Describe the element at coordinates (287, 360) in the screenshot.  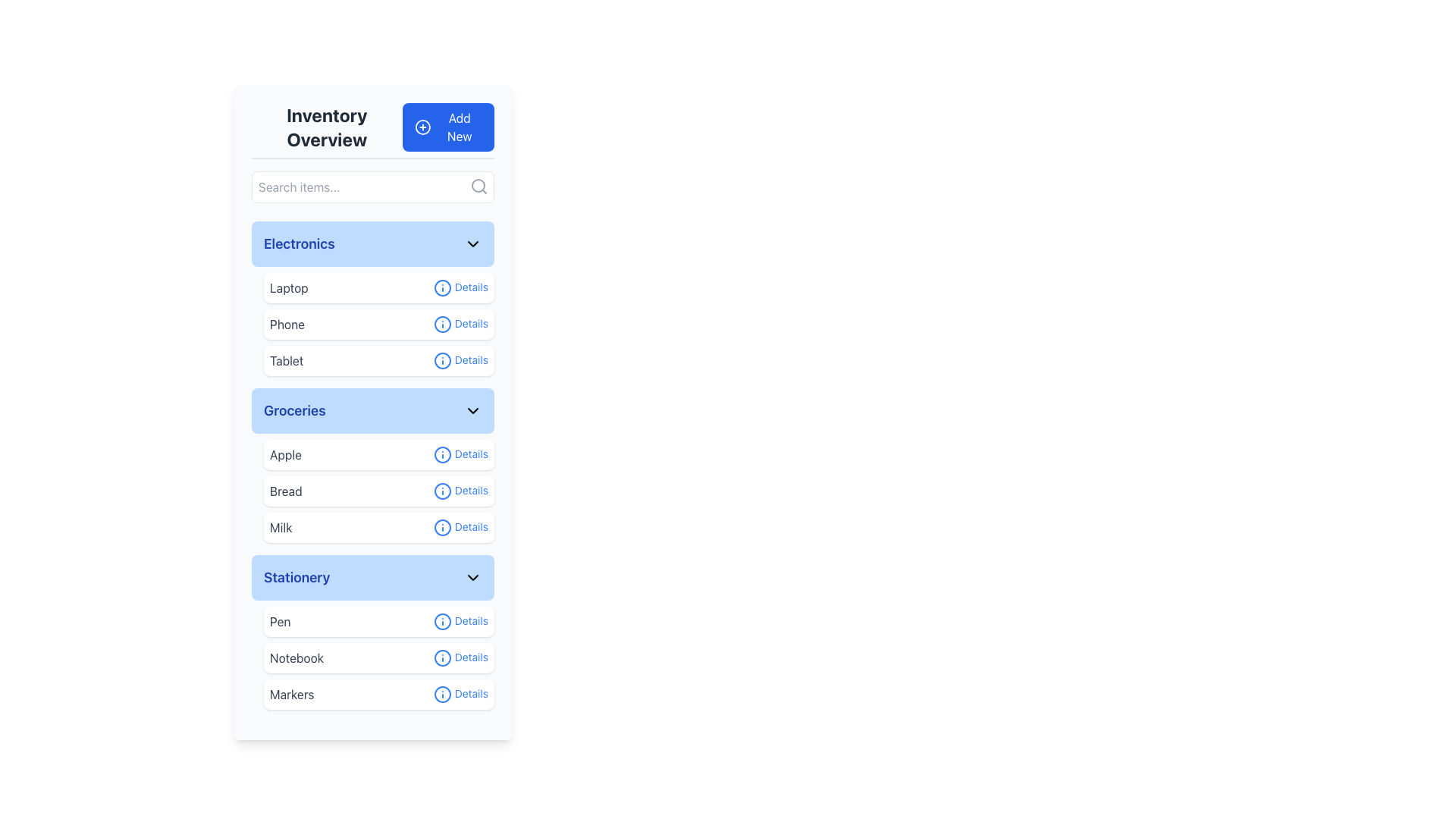
I see `the 'Tablet' text label located in the 'Electronics' section, which is the third item in the list, positioned below 'Laptop' and 'Phone'` at that location.